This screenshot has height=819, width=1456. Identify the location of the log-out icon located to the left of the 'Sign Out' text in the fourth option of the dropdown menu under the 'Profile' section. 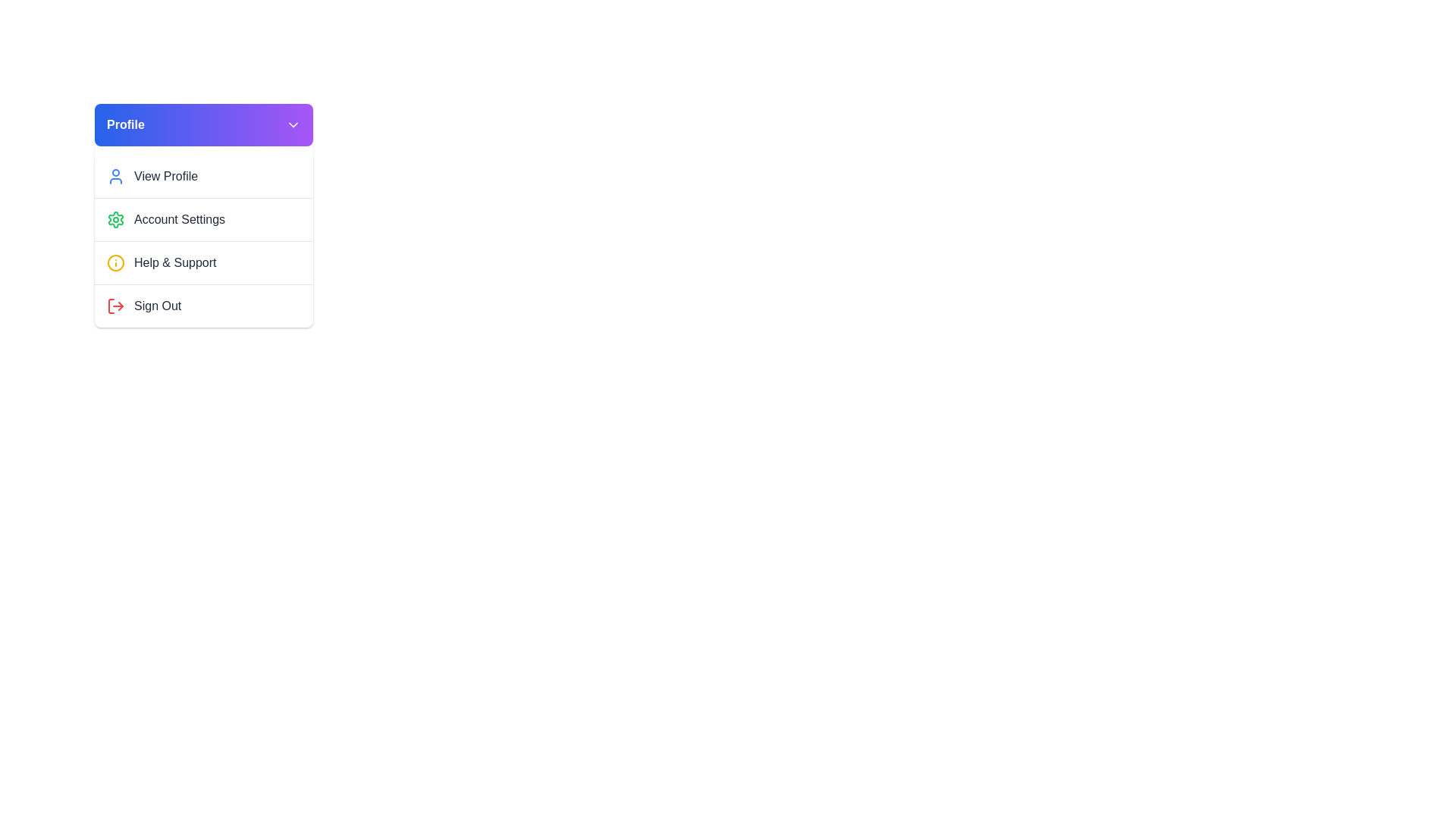
(115, 306).